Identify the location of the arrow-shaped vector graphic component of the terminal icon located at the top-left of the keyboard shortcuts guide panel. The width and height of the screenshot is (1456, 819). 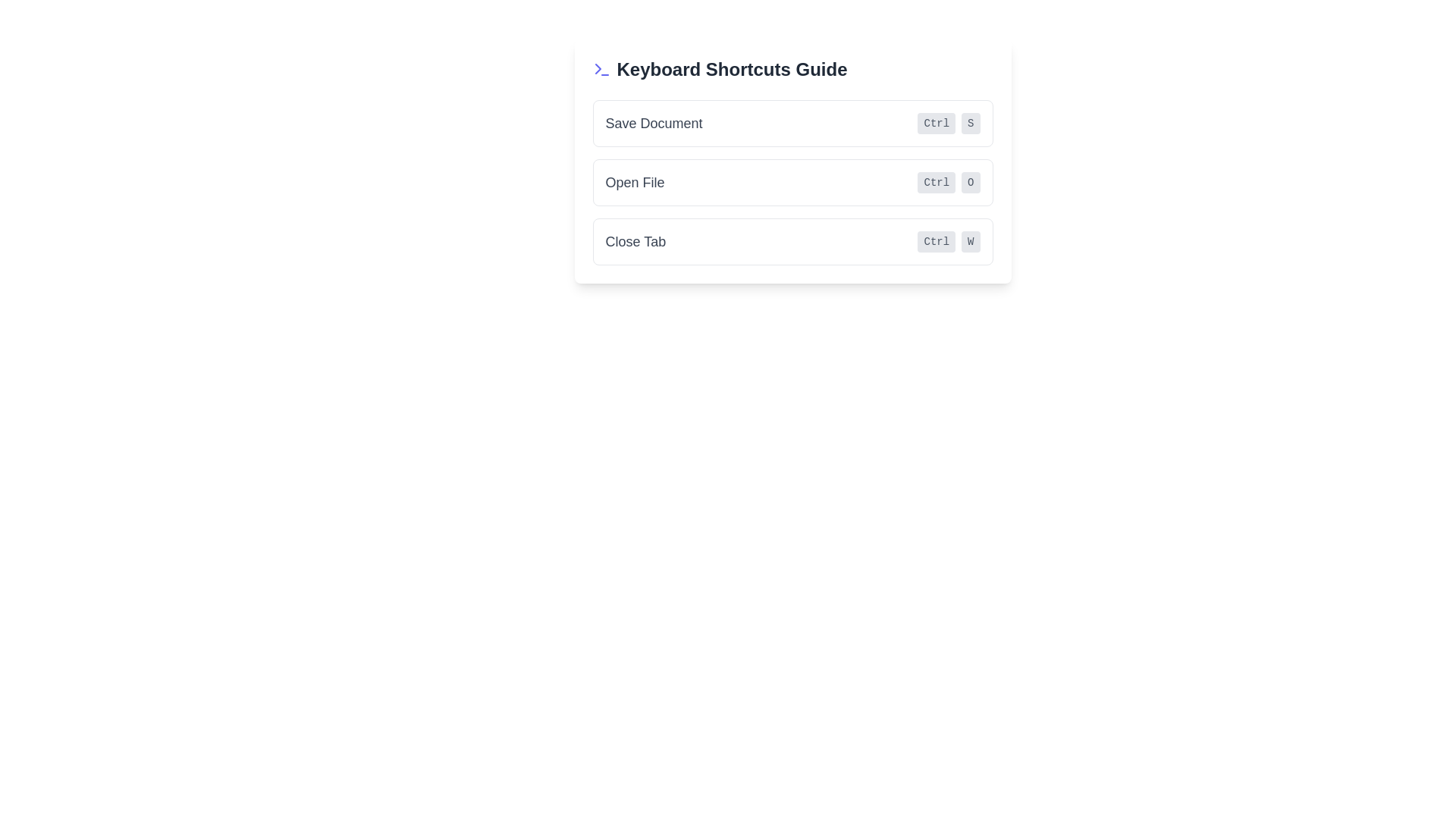
(597, 69).